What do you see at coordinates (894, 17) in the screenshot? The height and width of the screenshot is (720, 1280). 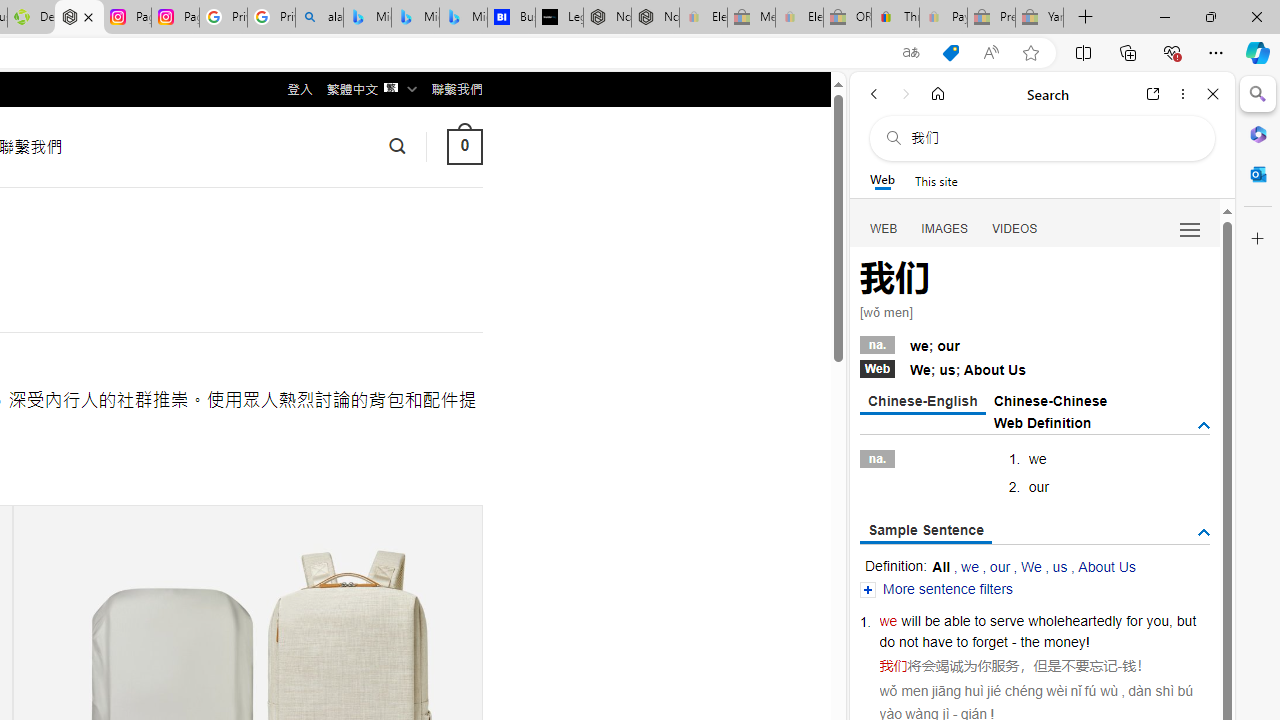 I see `'Threats and offensive language policy | eBay'` at bounding box center [894, 17].